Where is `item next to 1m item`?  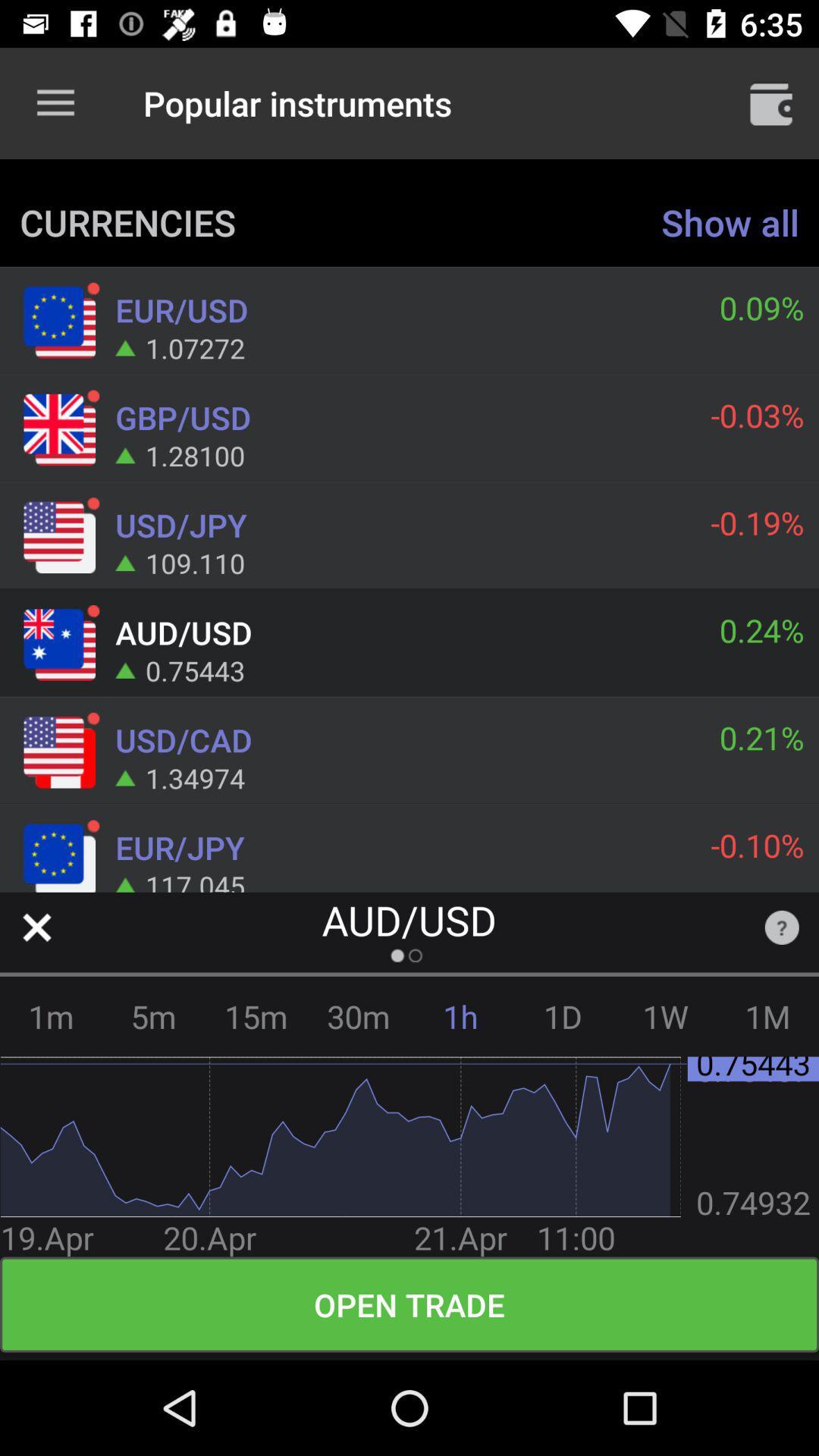
item next to 1m item is located at coordinates (153, 1016).